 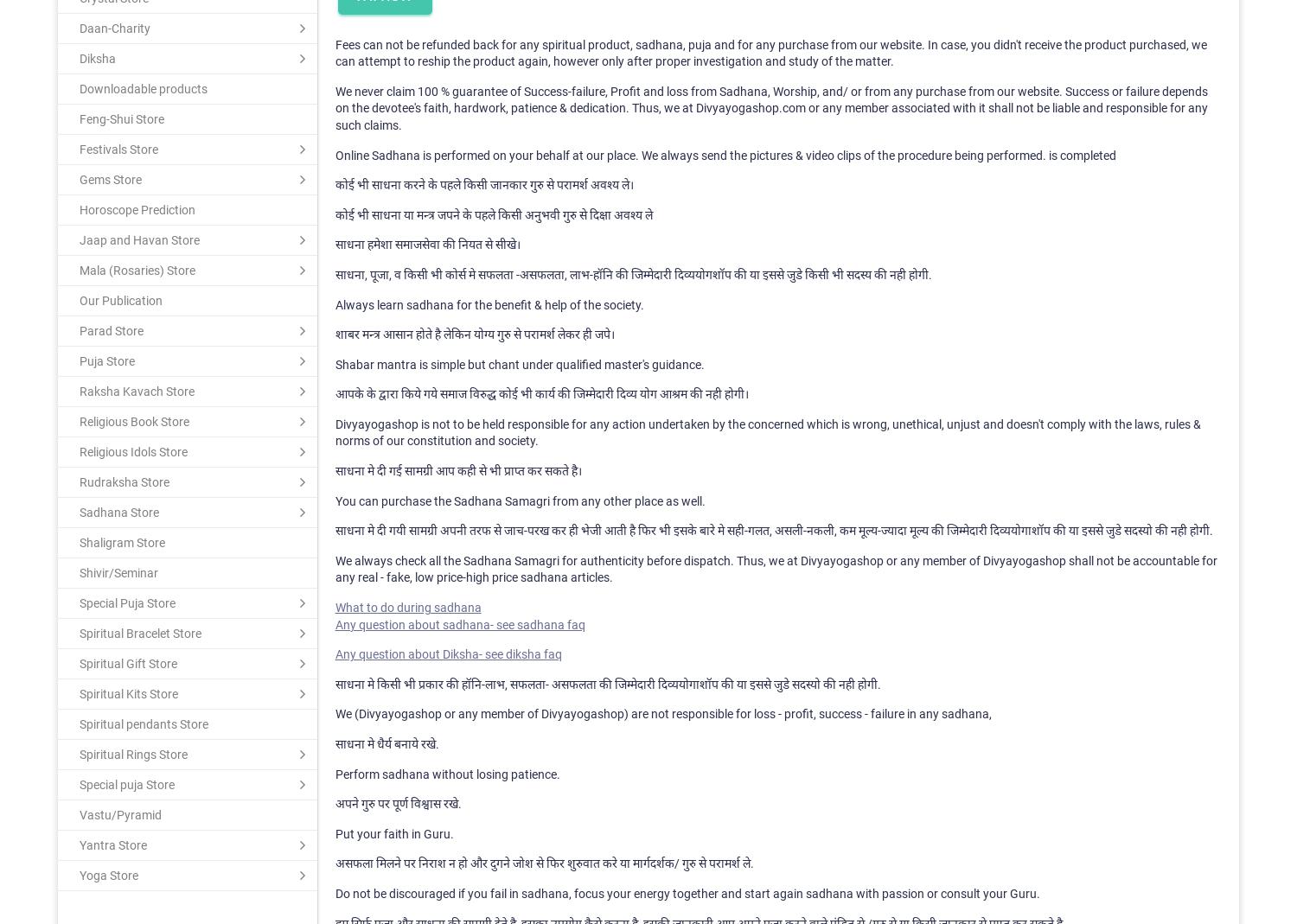 What do you see at coordinates (770, 52) in the screenshot?
I see `'Fees can not be refunded back for any spiritual product, sadhana, puja and for any purchase from our website. In case, you didn't receive the product purchased, we can attempt to reship the product again, however only after proper investigation and study of the matter.'` at bounding box center [770, 52].